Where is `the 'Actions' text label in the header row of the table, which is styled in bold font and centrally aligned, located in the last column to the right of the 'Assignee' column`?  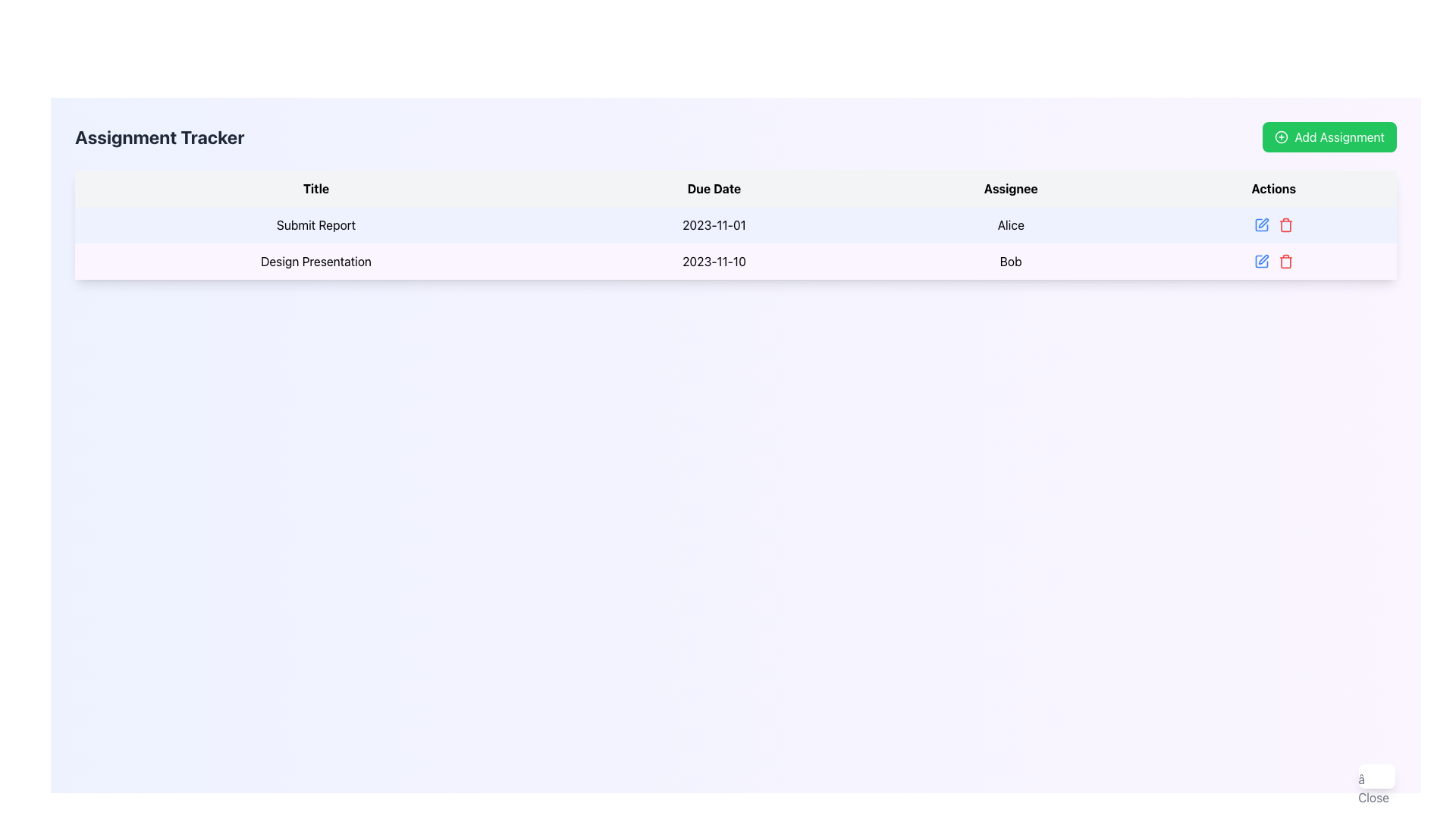
the 'Actions' text label in the header row of the table, which is styled in bold font and centrally aligned, located in the last column to the right of the 'Assignee' column is located at coordinates (1273, 188).